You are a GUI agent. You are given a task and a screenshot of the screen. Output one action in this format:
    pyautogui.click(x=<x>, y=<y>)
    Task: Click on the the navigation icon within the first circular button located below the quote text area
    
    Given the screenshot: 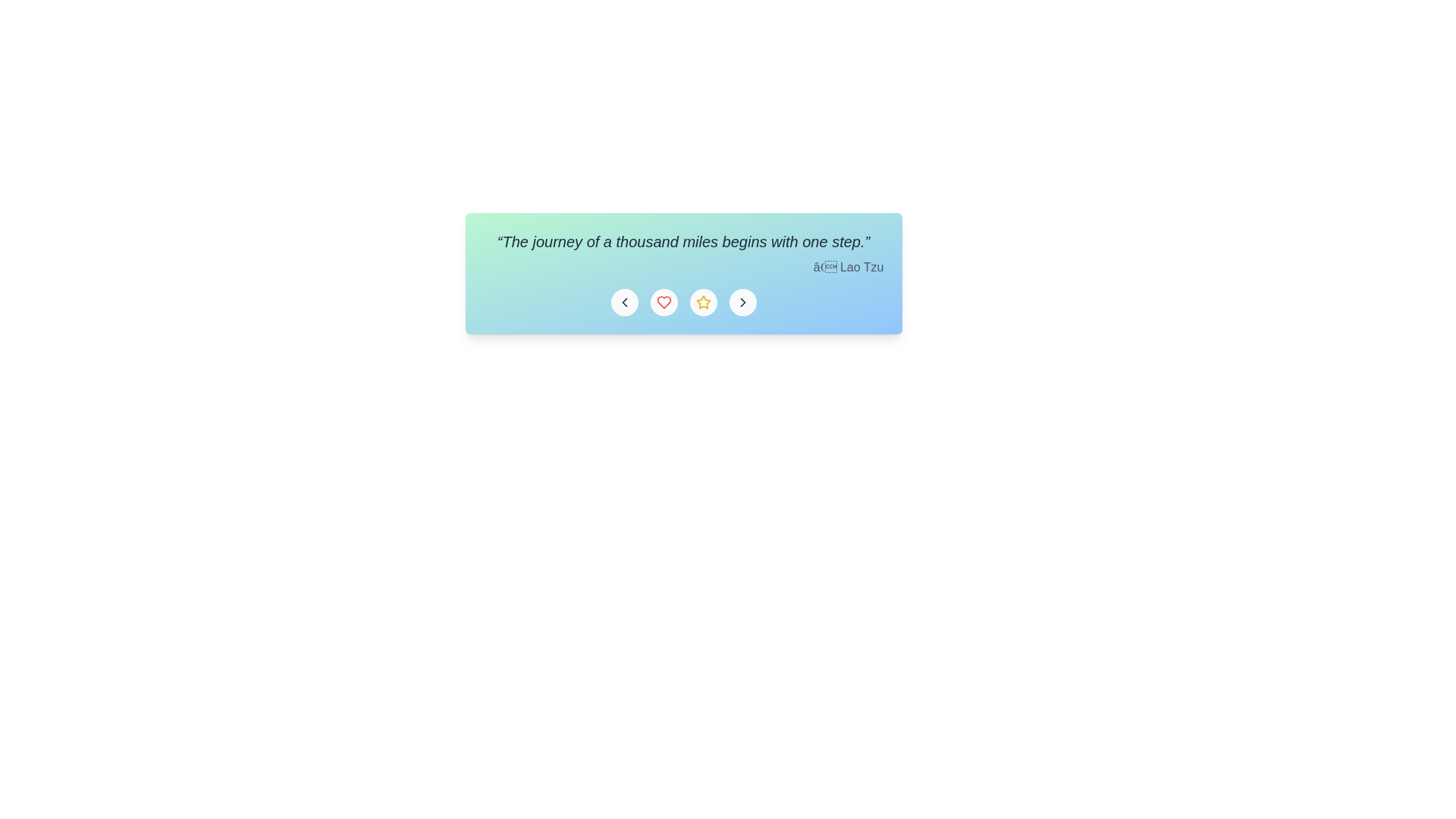 What is the action you would take?
    pyautogui.click(x=624, y=302)
    